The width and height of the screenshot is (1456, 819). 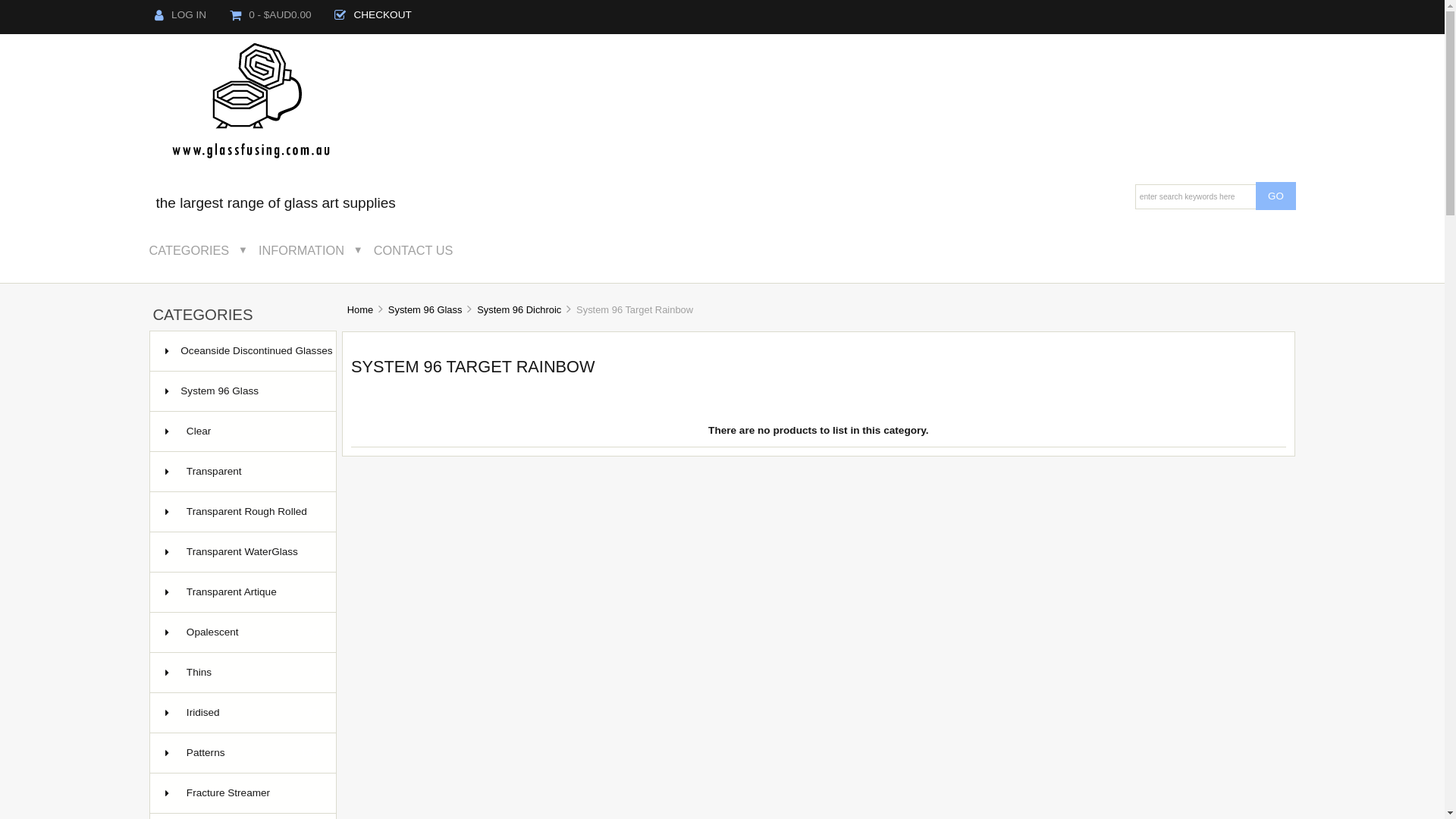 What do you see at coordinates (243, 552) in the screenshot?
I see `'  Transparent WaterGlass` at bounding box center [243, 552].